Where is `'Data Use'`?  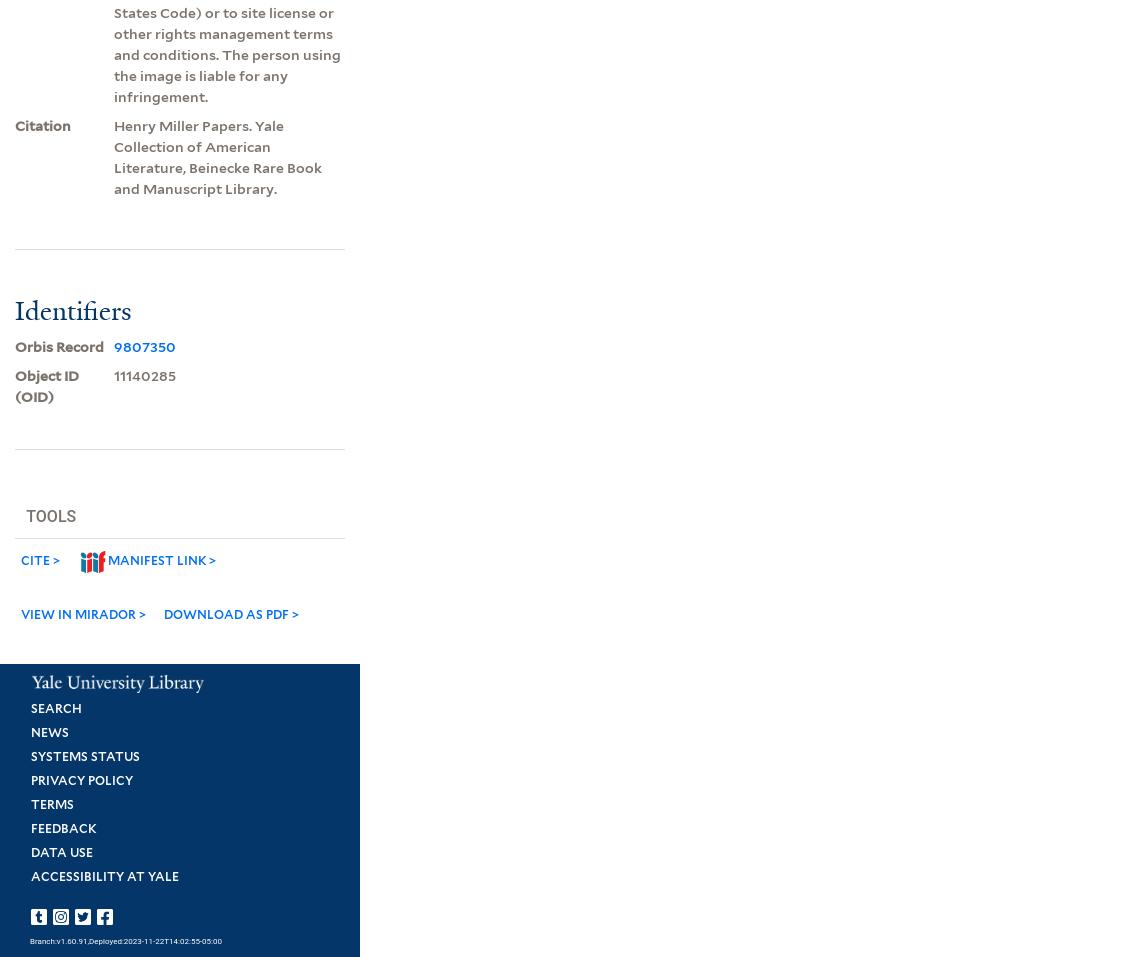 'Data Use' is located at coordinates (60, 850).